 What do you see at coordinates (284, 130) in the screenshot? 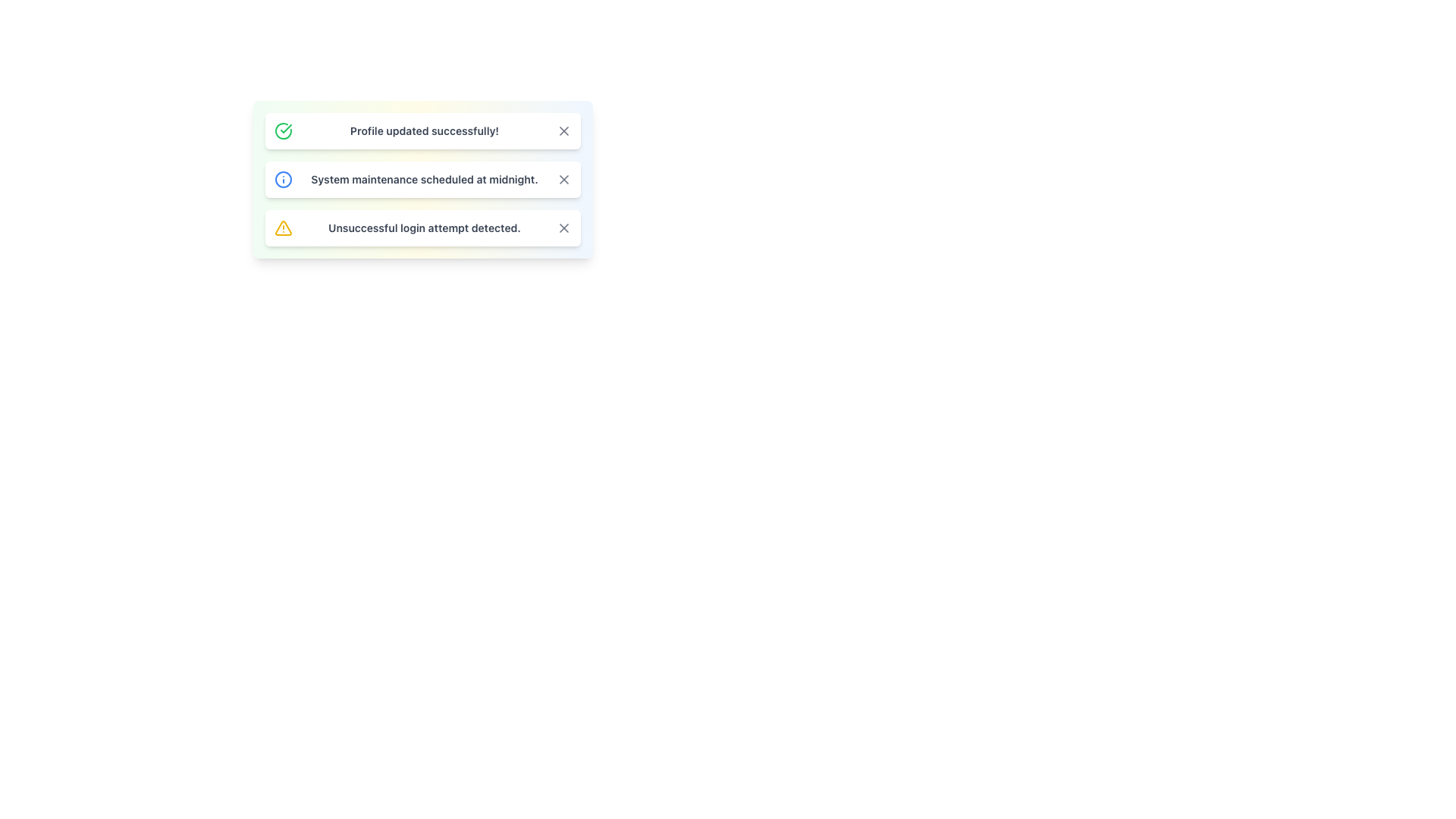
I see `the circular checkmark icon with a green outline that indicates a successful profile update, located at the top of the first notification card` at bounding box center [284, 130].